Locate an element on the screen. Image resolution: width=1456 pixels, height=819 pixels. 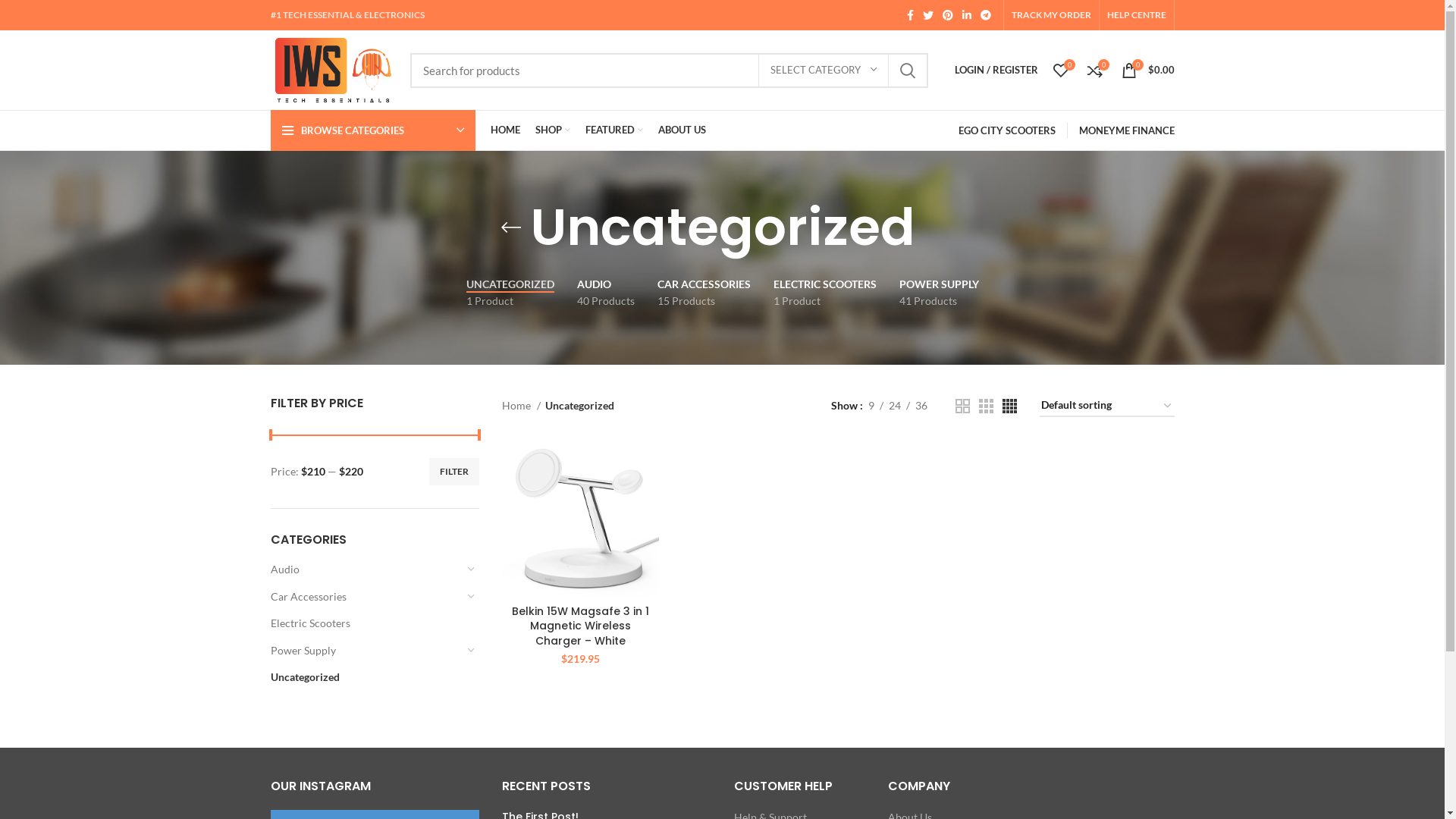
'HOME' is located at coordinates (504, 130).